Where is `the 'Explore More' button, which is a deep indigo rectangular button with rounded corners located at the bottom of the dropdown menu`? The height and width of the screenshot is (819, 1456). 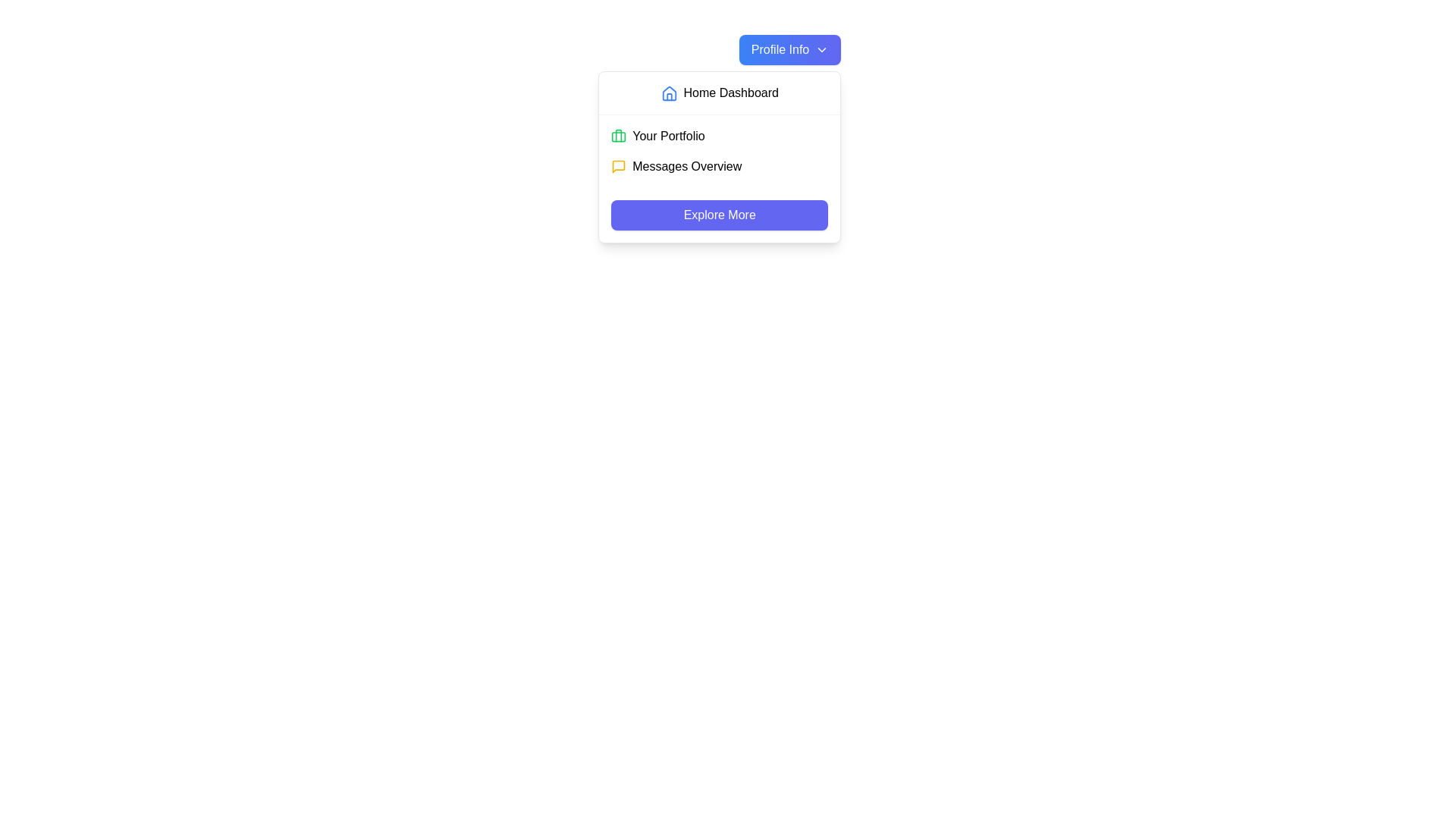 the 'Explore More' button, which is a deep indigo rectangular button with rounded corners located at the bottom of the dropdown menu is located at coordinates (719, 215).